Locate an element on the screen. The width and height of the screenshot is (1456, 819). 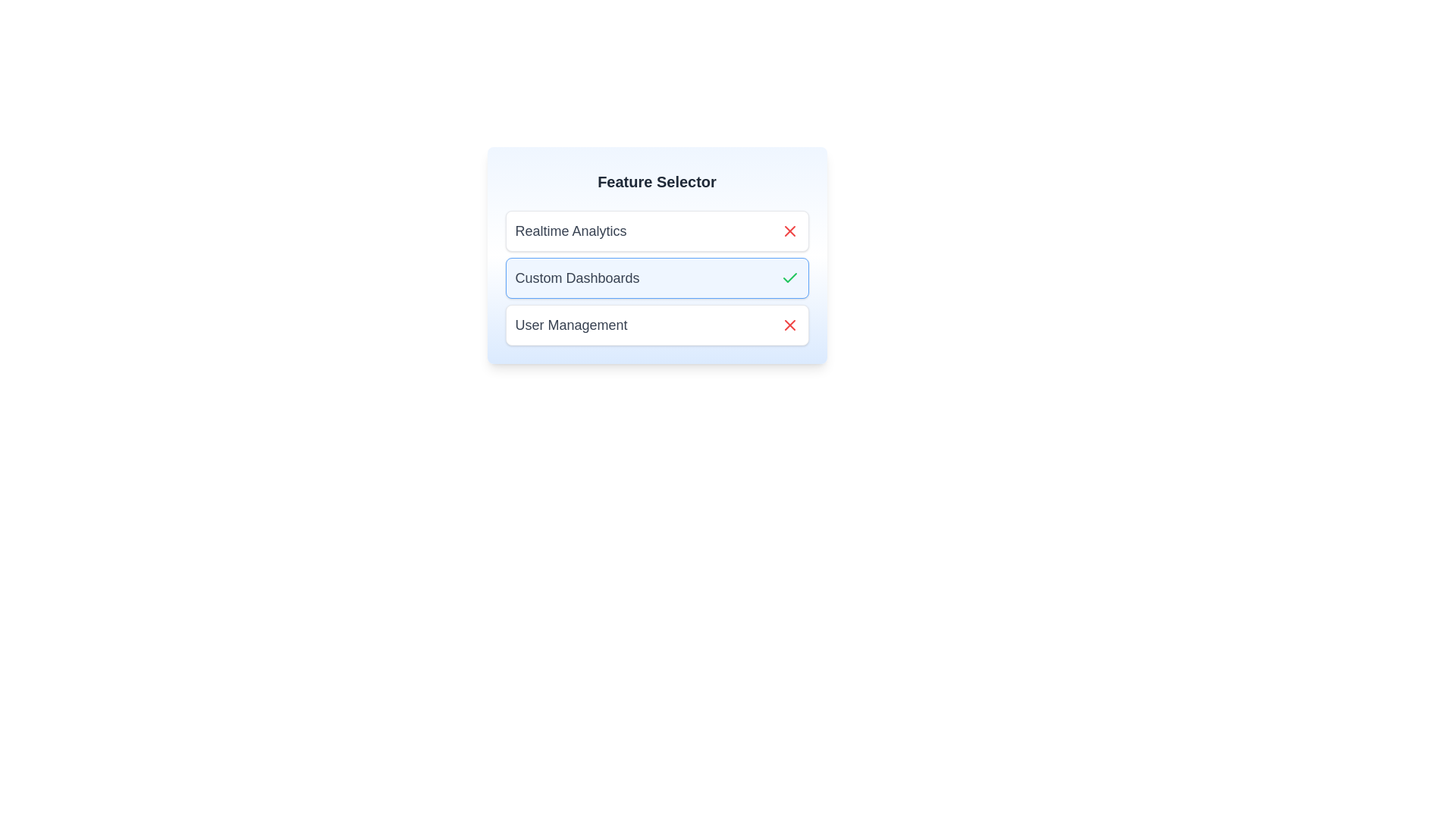
the item labeled Custom Dashboards is located at coordinates (657, 278).